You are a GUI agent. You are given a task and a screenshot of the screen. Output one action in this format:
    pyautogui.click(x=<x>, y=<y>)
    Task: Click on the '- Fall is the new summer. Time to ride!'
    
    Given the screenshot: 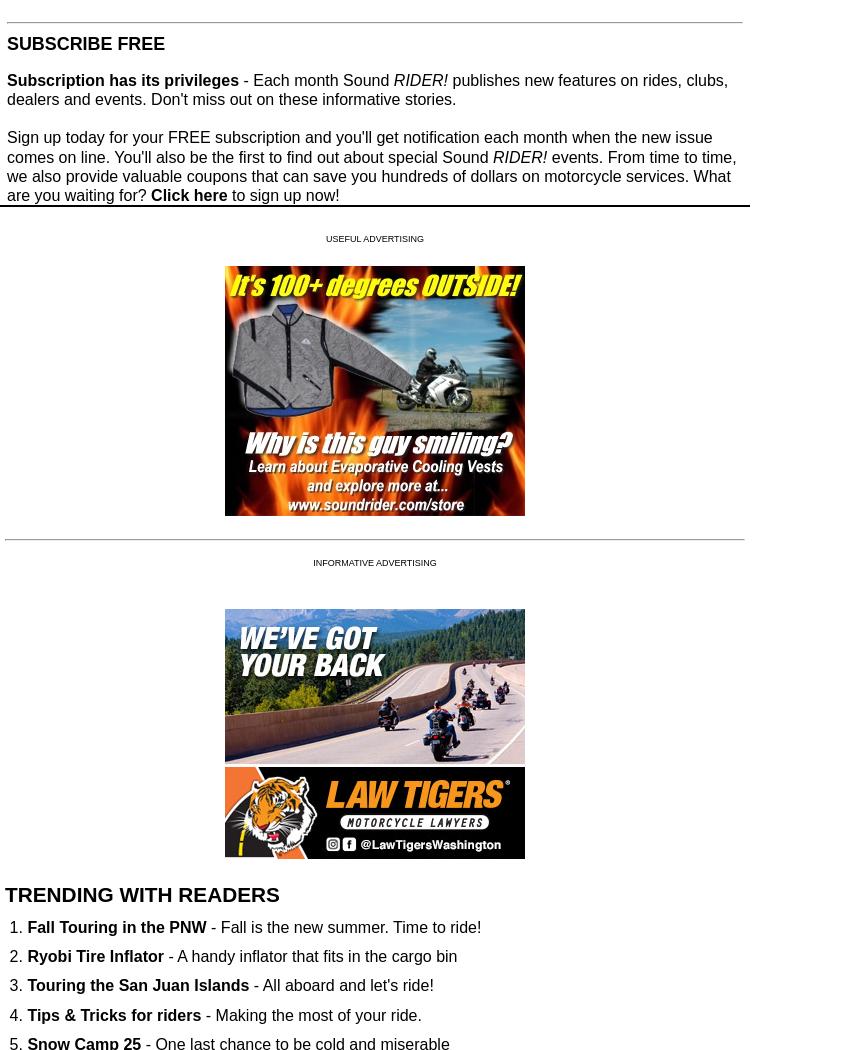 What is the action you would take?
    pyautogui.click(x=205, y=927)
    